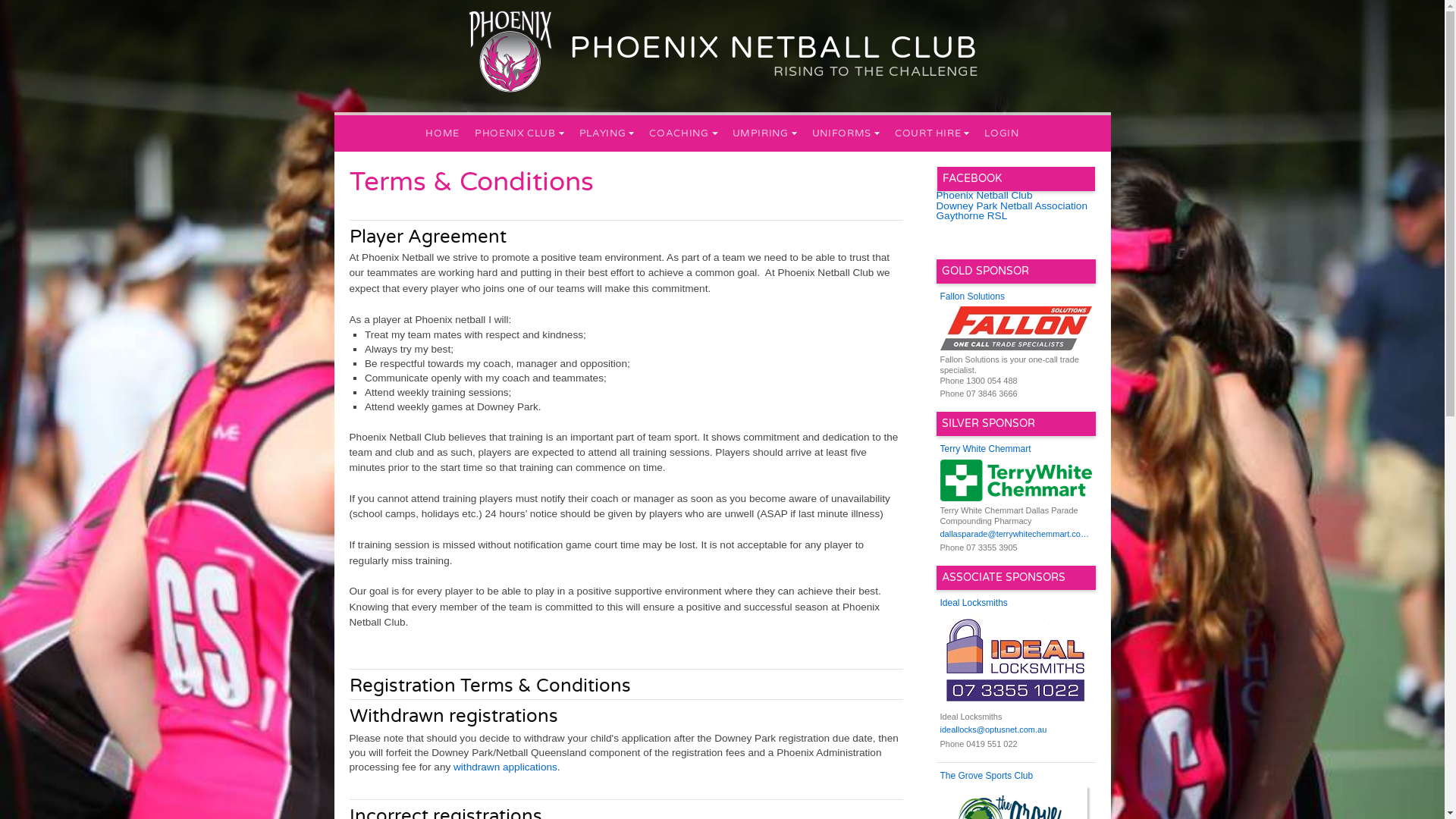  Describe the element at coordinates (803, 133) in the screenshot. I see `'UNIFORMS'` at that location.